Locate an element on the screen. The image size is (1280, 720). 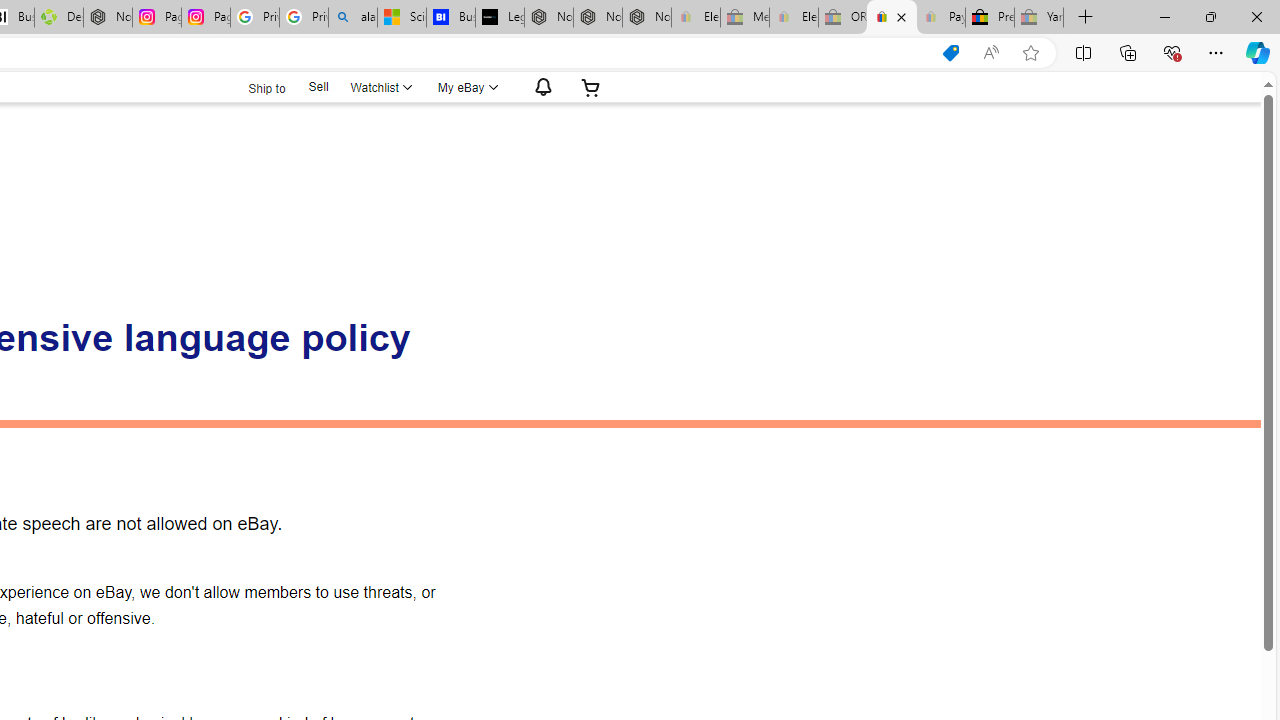
'New Tab' is located at coordinates (1085, 17).